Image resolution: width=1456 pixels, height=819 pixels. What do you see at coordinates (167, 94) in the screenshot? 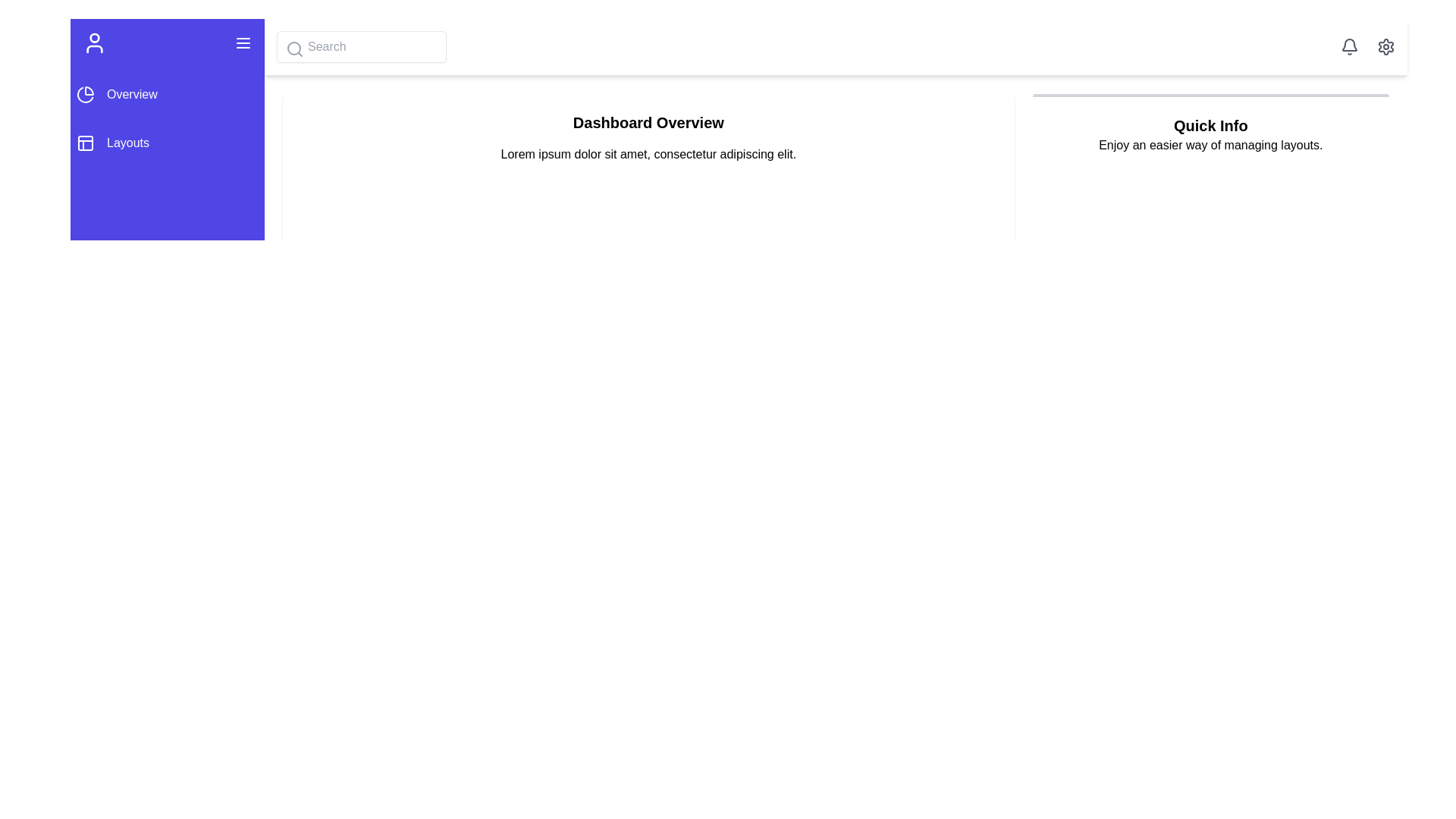
I see `the first menu item in the sidebar navigation menu that redirects to the 'Overview' section to observe hover effects` at bounding box center [167, 94].